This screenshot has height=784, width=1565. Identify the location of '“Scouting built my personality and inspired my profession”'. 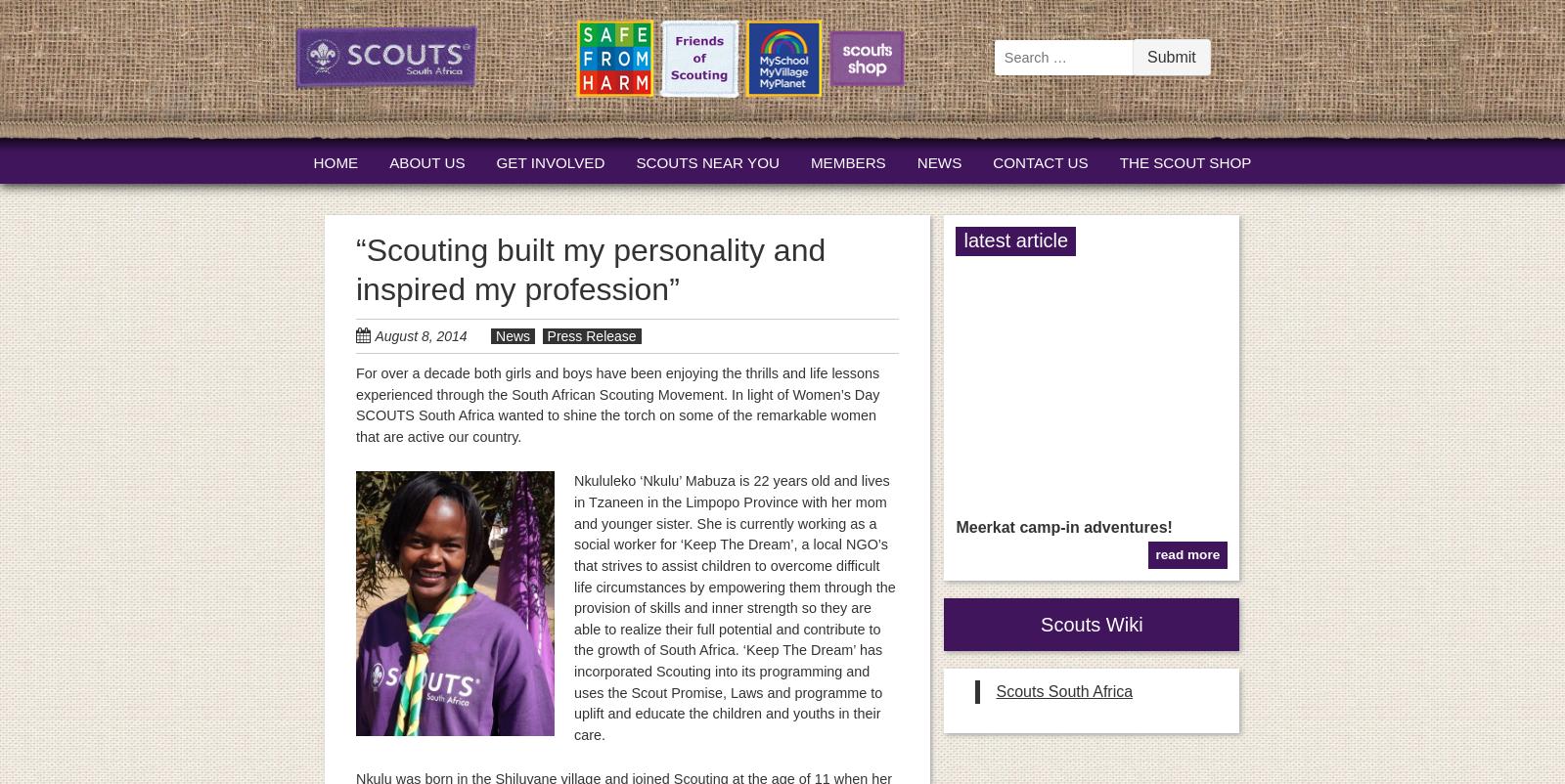
(356, 269).